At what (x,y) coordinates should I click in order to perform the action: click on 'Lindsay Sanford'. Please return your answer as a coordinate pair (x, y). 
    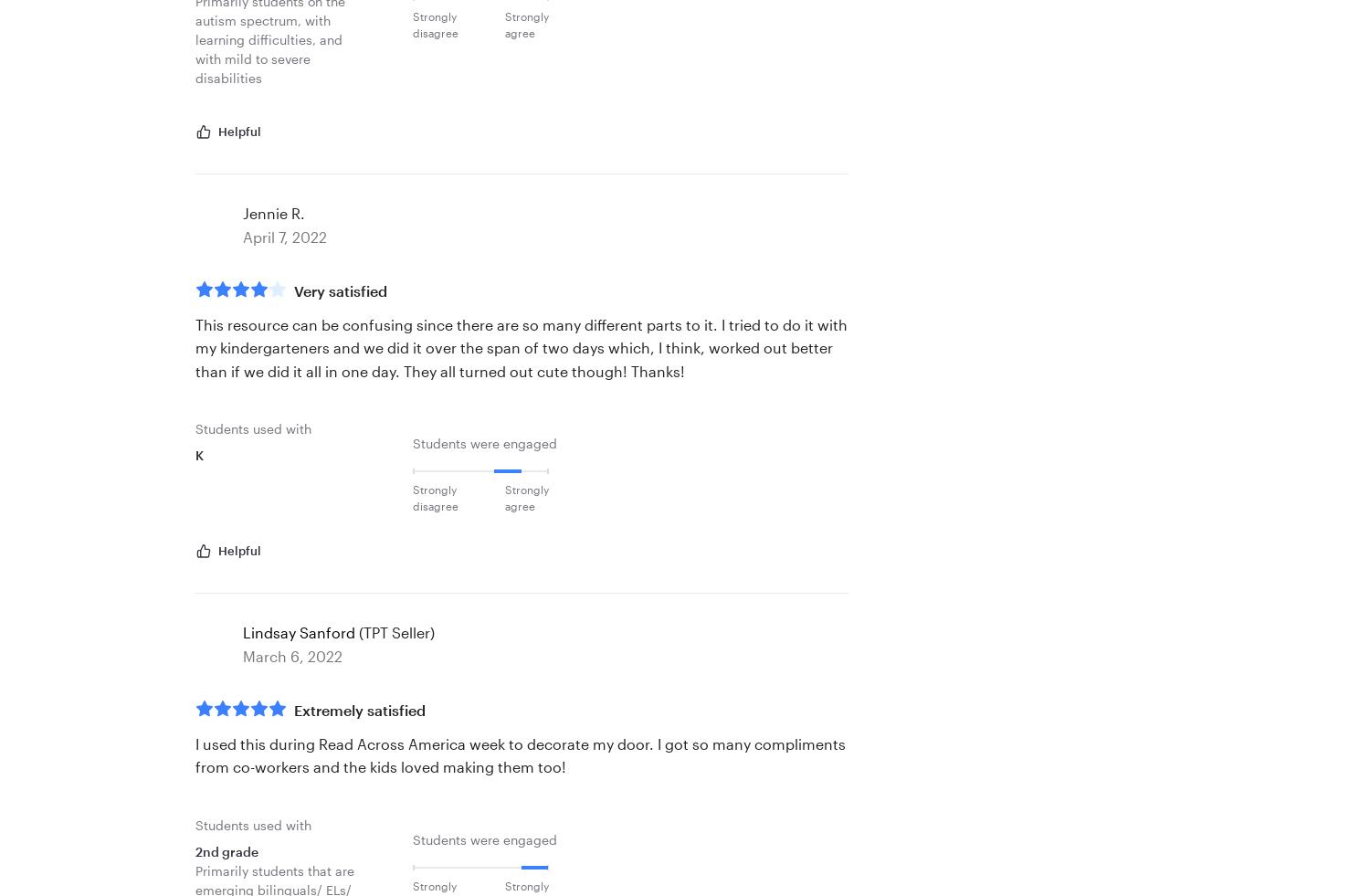
    Looking at the image, I should click on (298, 632).